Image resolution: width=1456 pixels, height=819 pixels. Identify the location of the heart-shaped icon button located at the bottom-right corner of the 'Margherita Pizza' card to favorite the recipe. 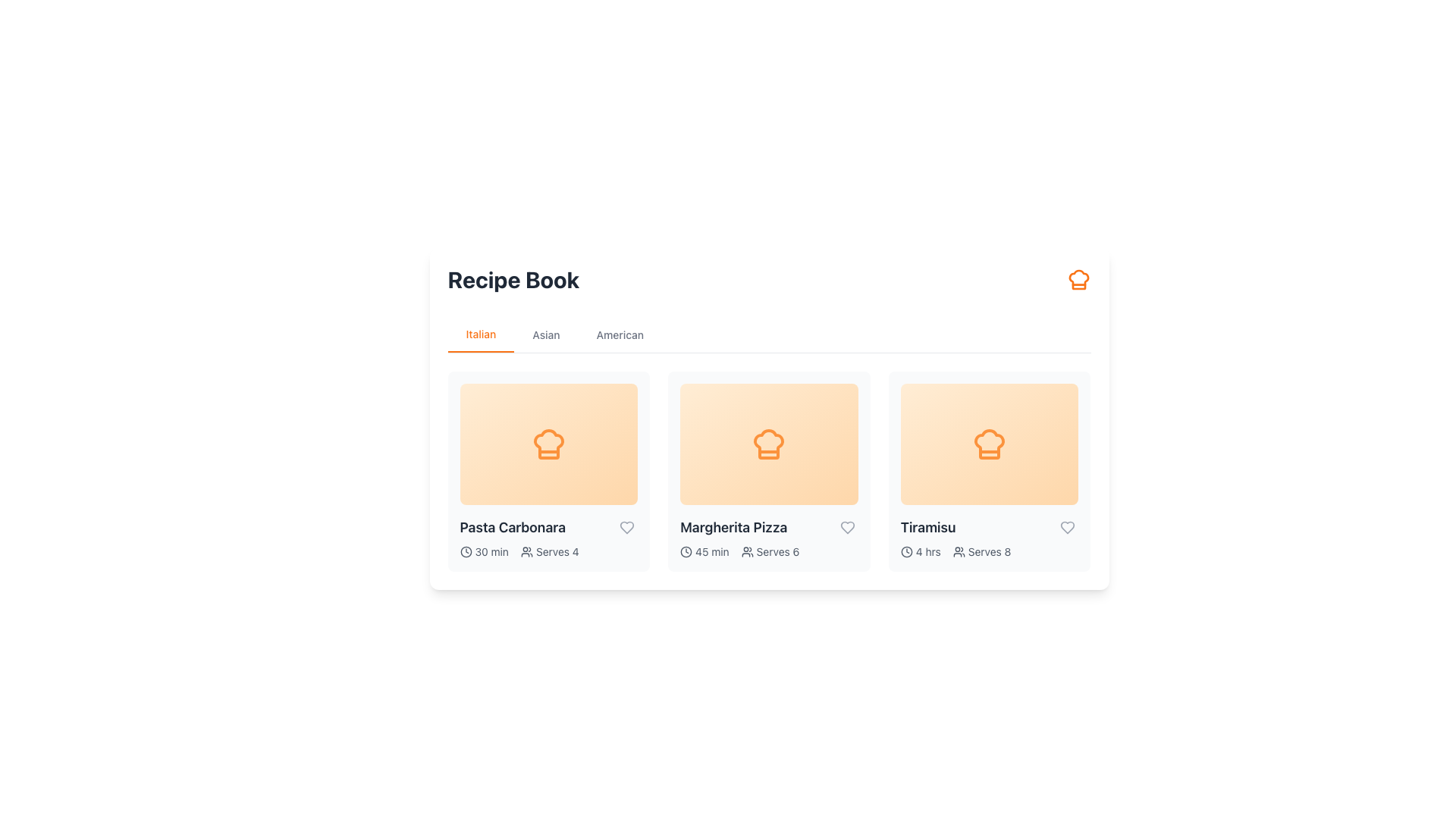
(846, 526).